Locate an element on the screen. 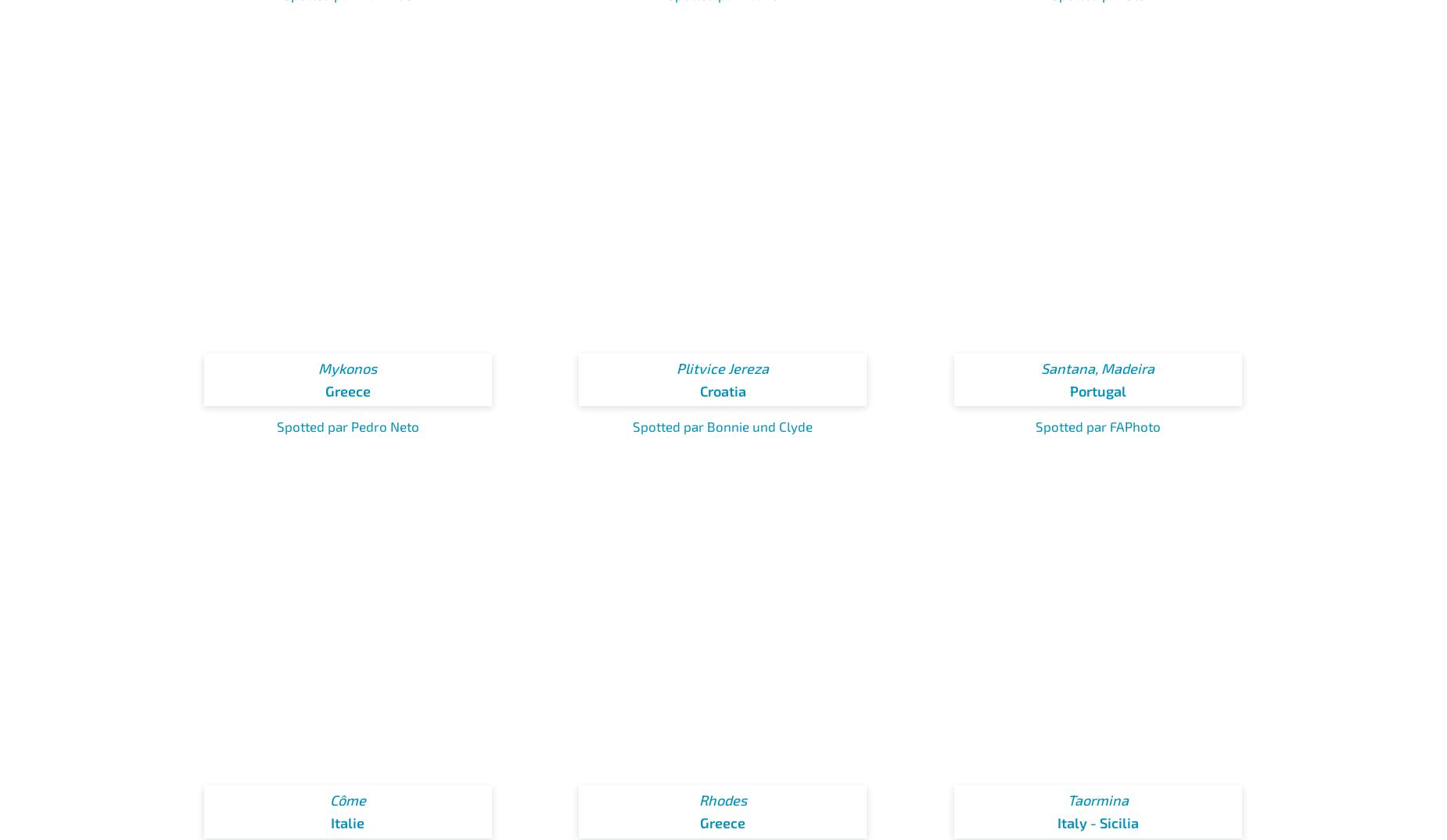 The width and height of the screenshot is (1447, 840). 'Spotted par FAPhoto' is located at coordinates (1033, 425).